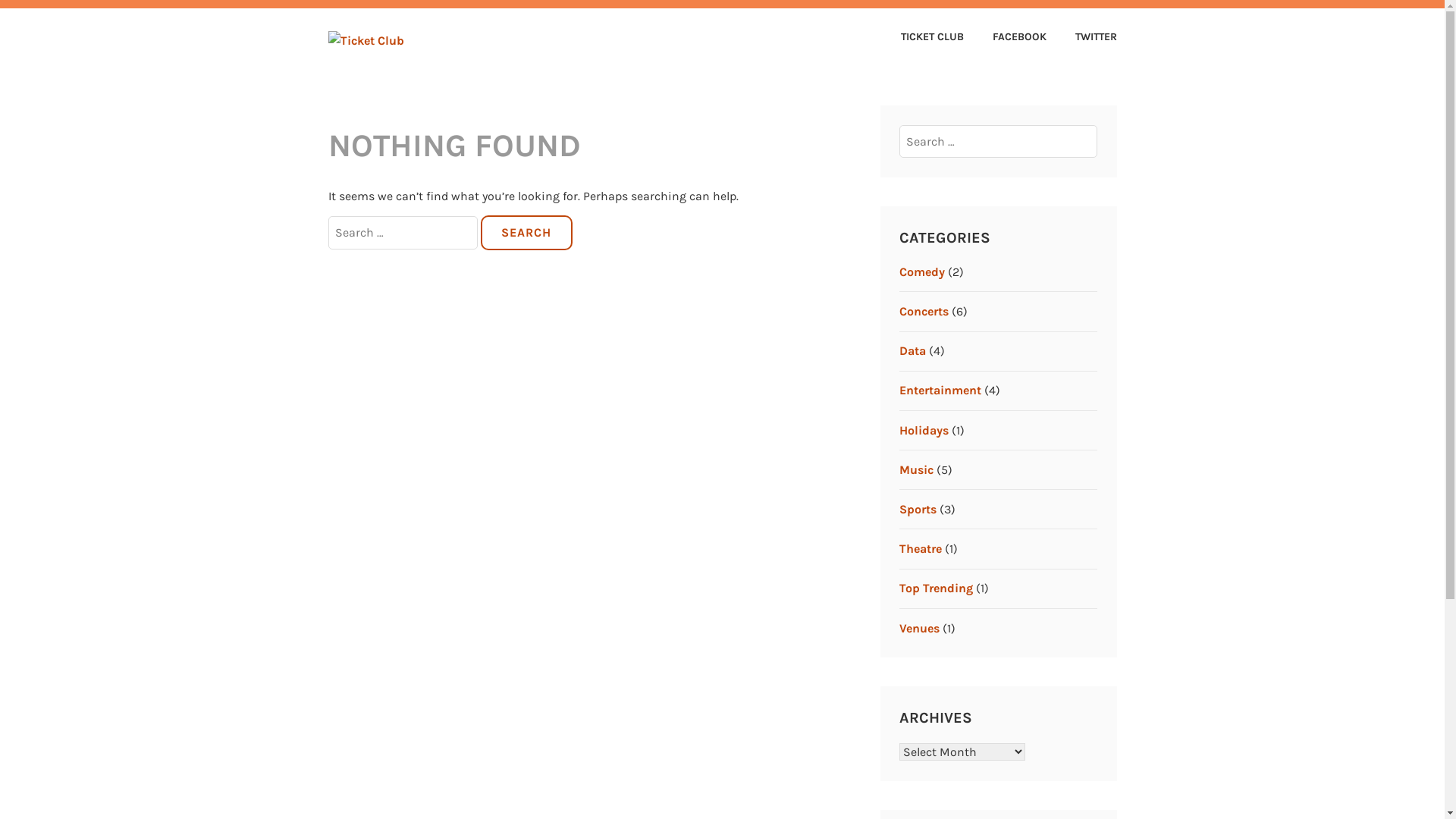 The height and width of the screenshot is (819, 1456). What do you see at coordinates (526, 233) in the screenshot?
I see `'Search'` at bounding box center [526, 233].